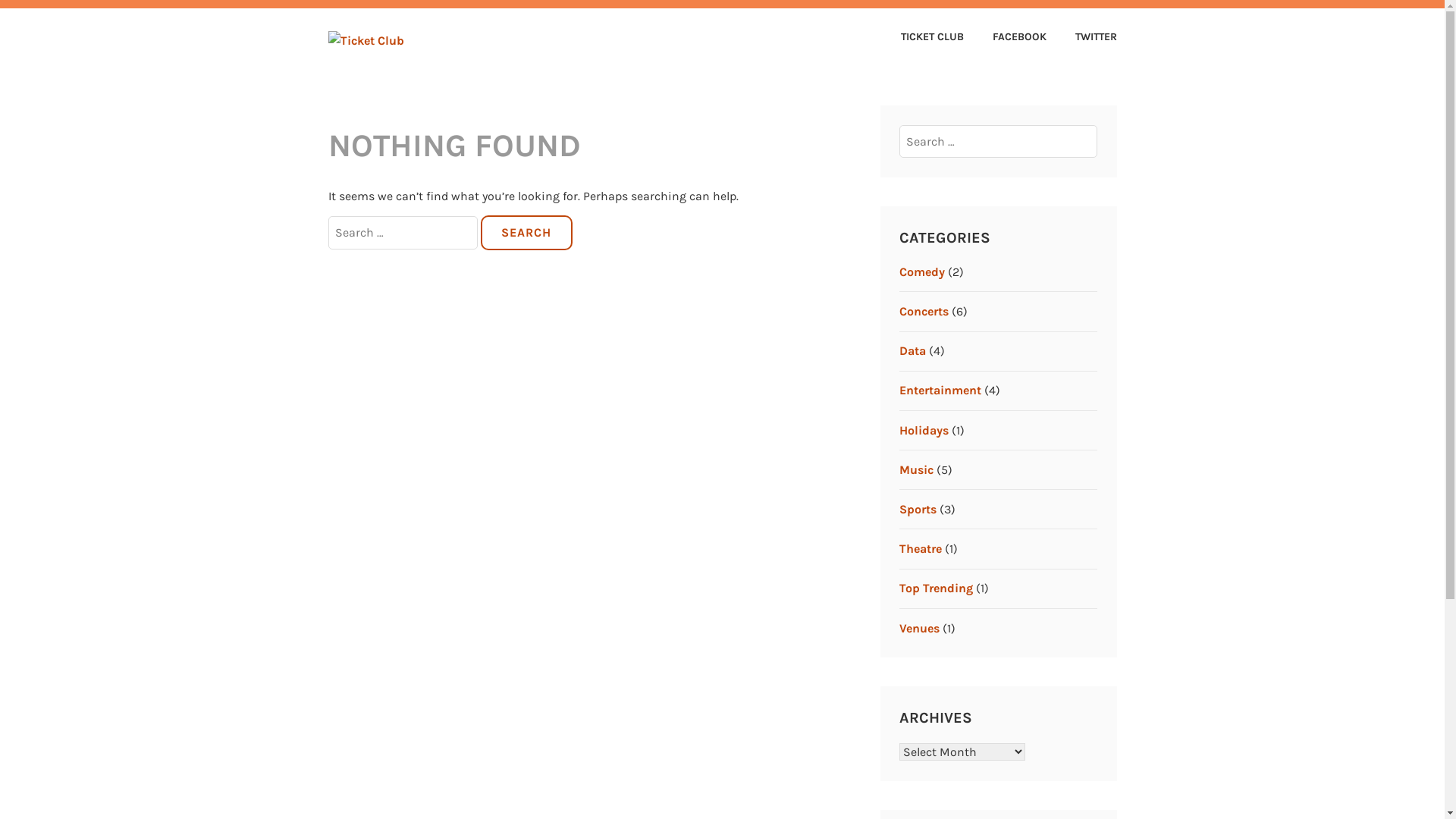 The height and width of the screenshot is (819, 1456). What do you see at coordinates (526, 233) in the screenshot?
I see `'Search'` at bounding box center [526, 233].